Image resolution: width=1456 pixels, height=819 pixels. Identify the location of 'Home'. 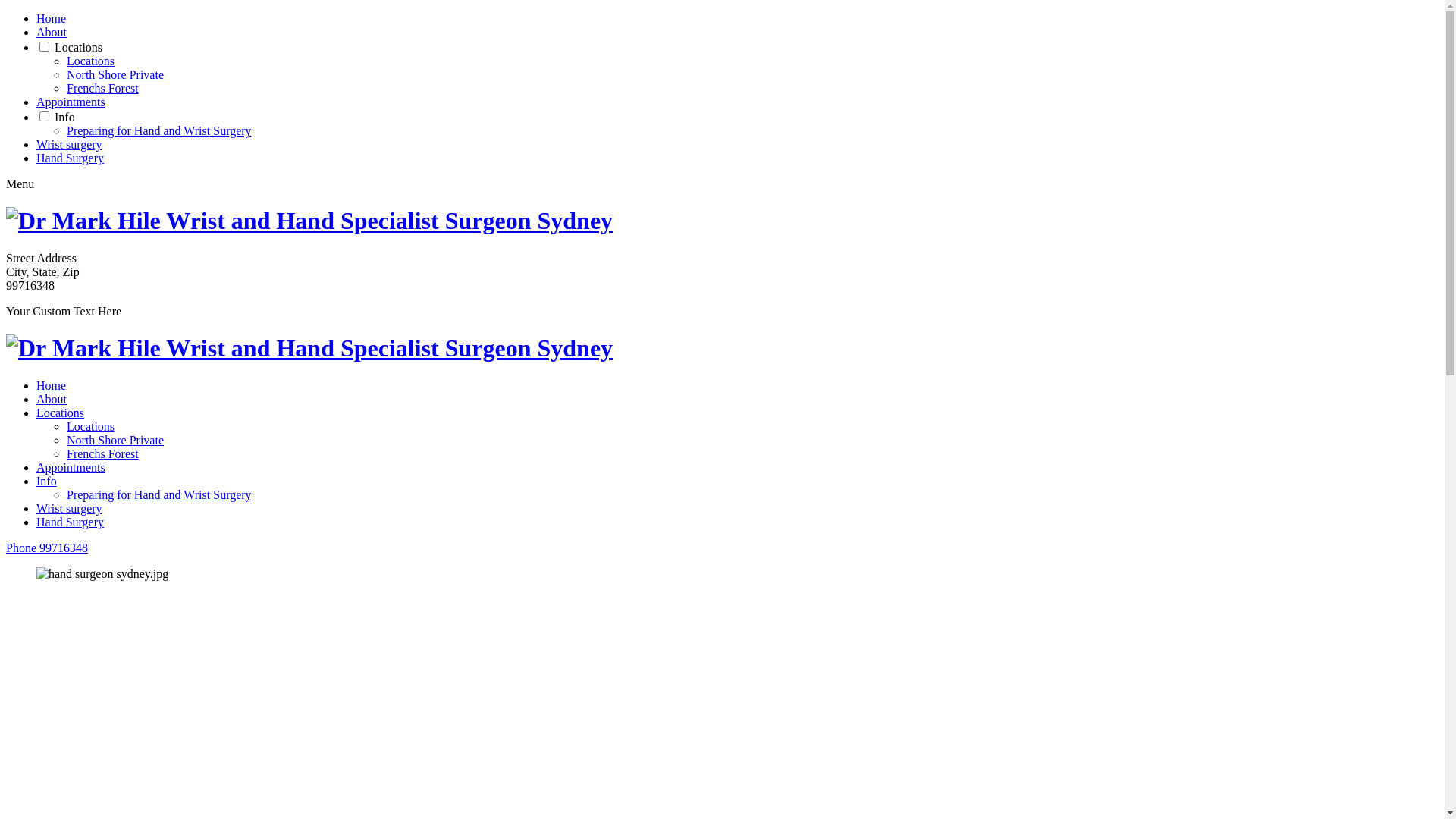
(51, 384).